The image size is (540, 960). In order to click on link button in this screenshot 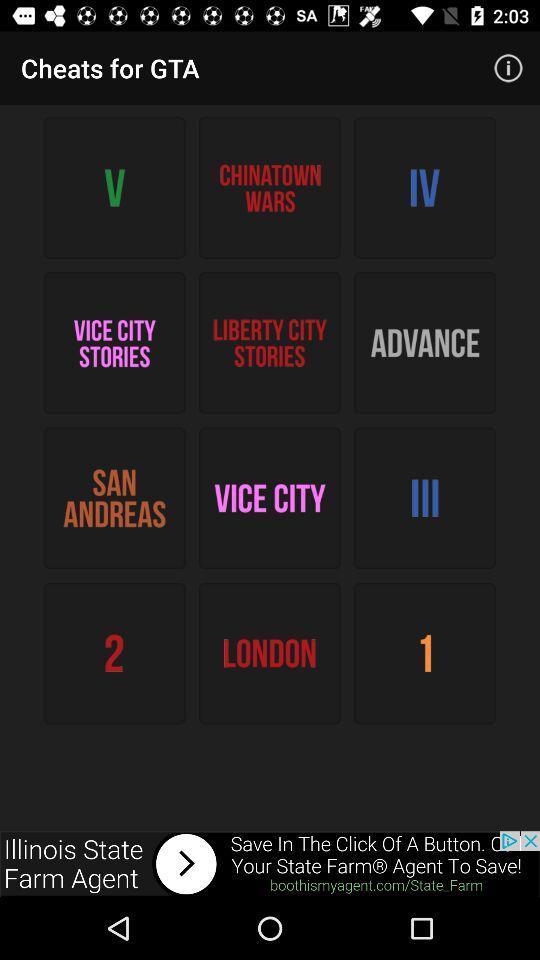, I will do `click(270, 863)`.